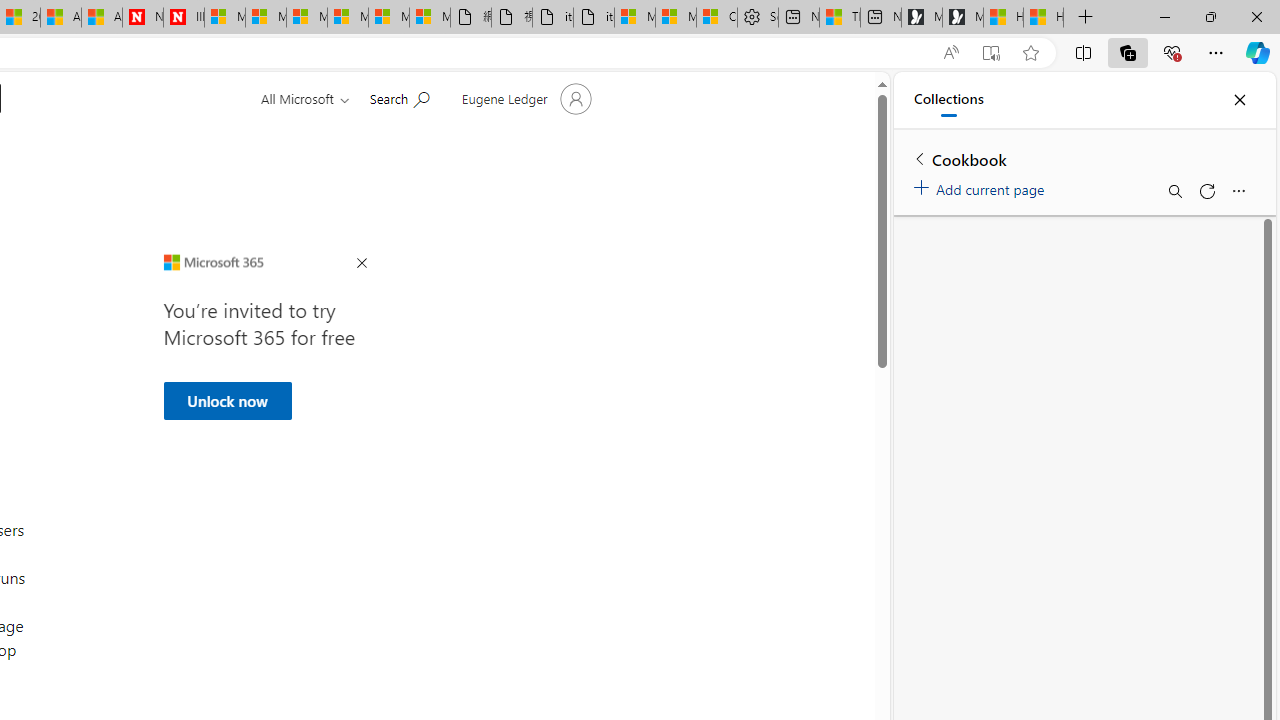 The height and width of the screenshot is (720, 1280). Describe the element at coordinates (950, 52) in the screenshot. I see `'Read aloud this page (Ctrl+Shift+U)'` at that location.